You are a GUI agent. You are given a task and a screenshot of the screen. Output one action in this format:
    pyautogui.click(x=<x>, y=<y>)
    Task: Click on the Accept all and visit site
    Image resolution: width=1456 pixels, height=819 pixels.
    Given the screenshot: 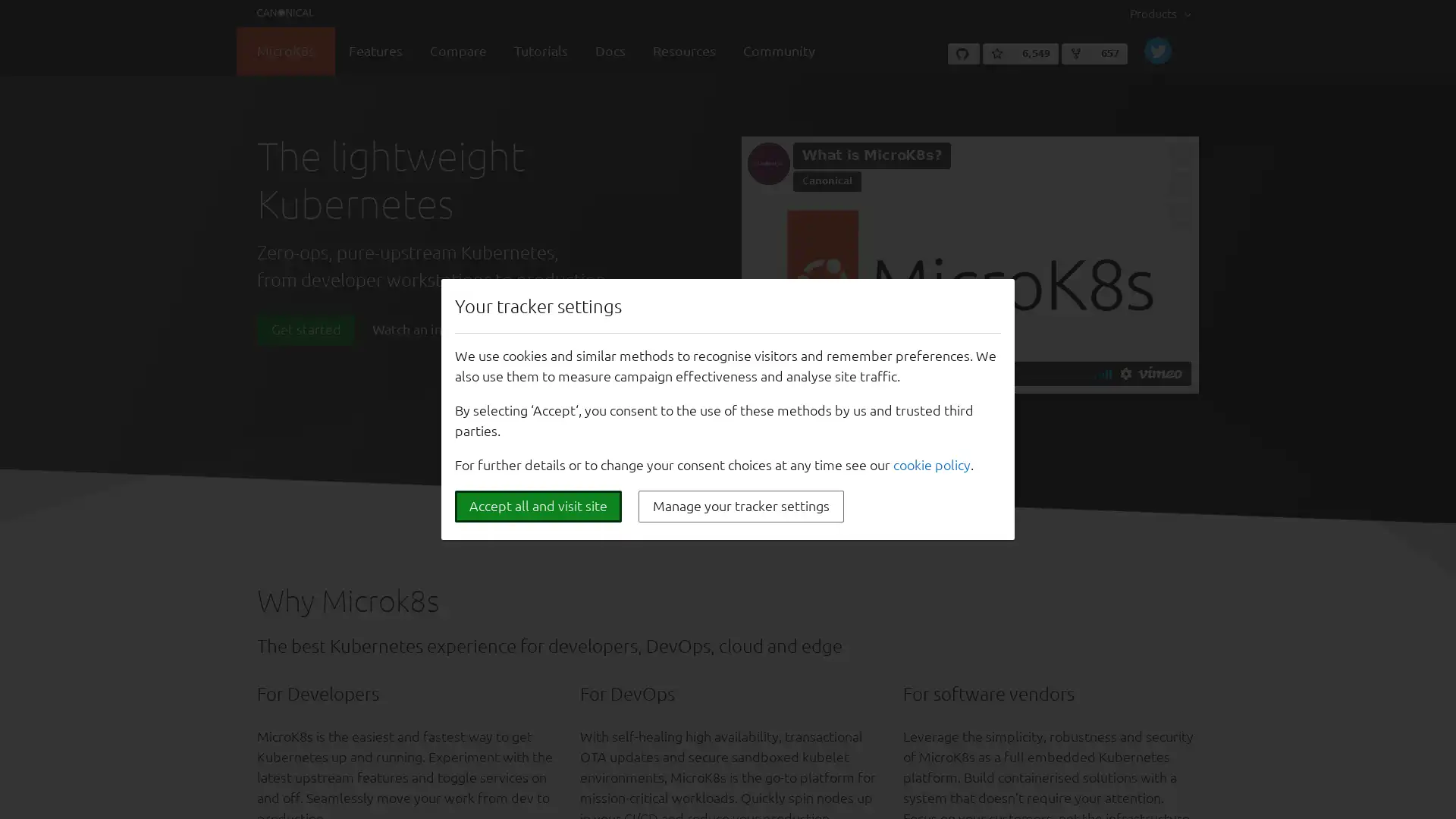 What is the action you would take?
    pyautogui.click(x=538, y=506)
    